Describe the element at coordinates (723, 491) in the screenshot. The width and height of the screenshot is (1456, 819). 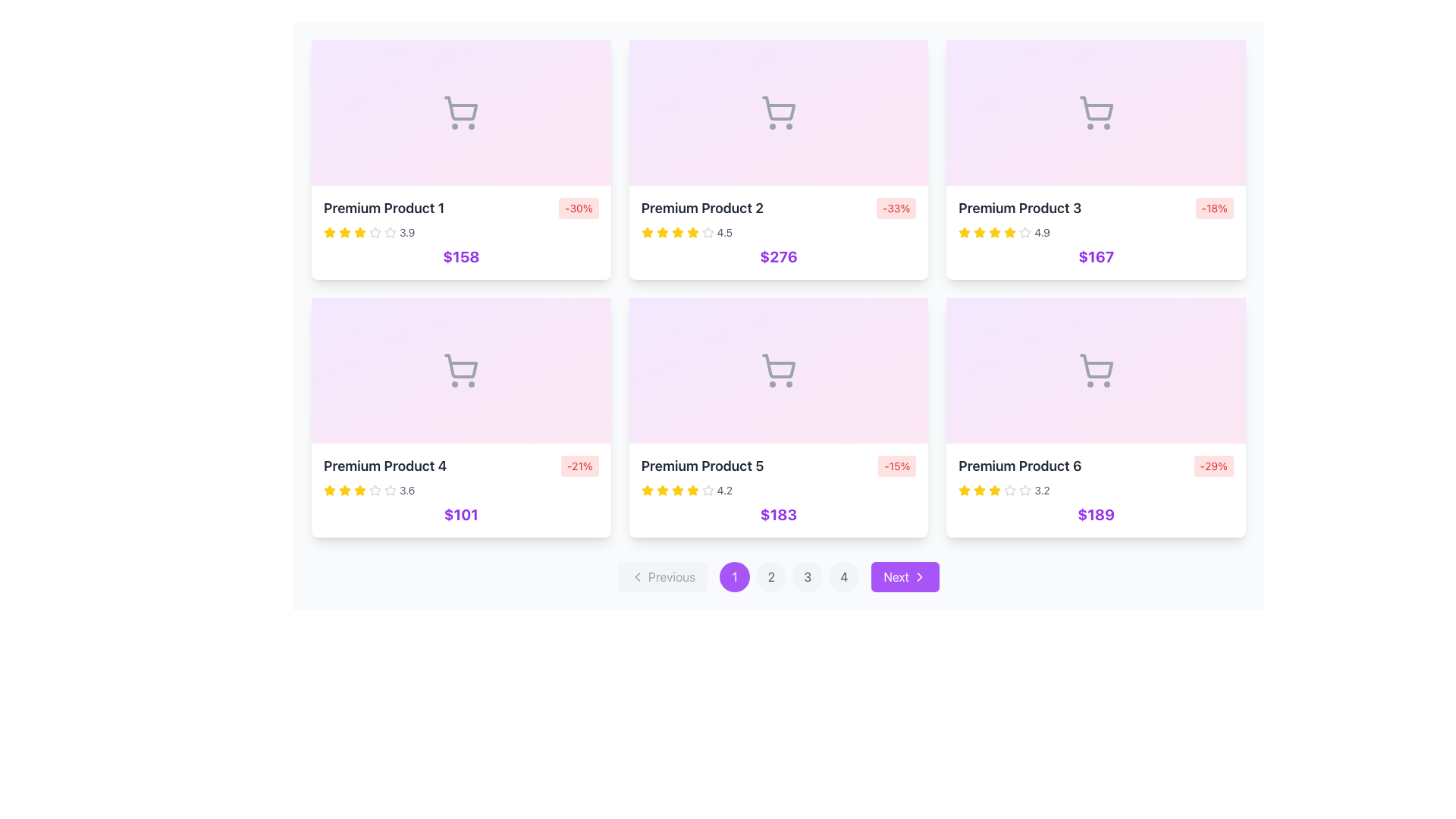
I see `the static text displaying '4.2' which is styled in a smaller sans-serif font and colored in muted gray, located to the right of the star rating icons under 'Premium Product 5'` at that location.